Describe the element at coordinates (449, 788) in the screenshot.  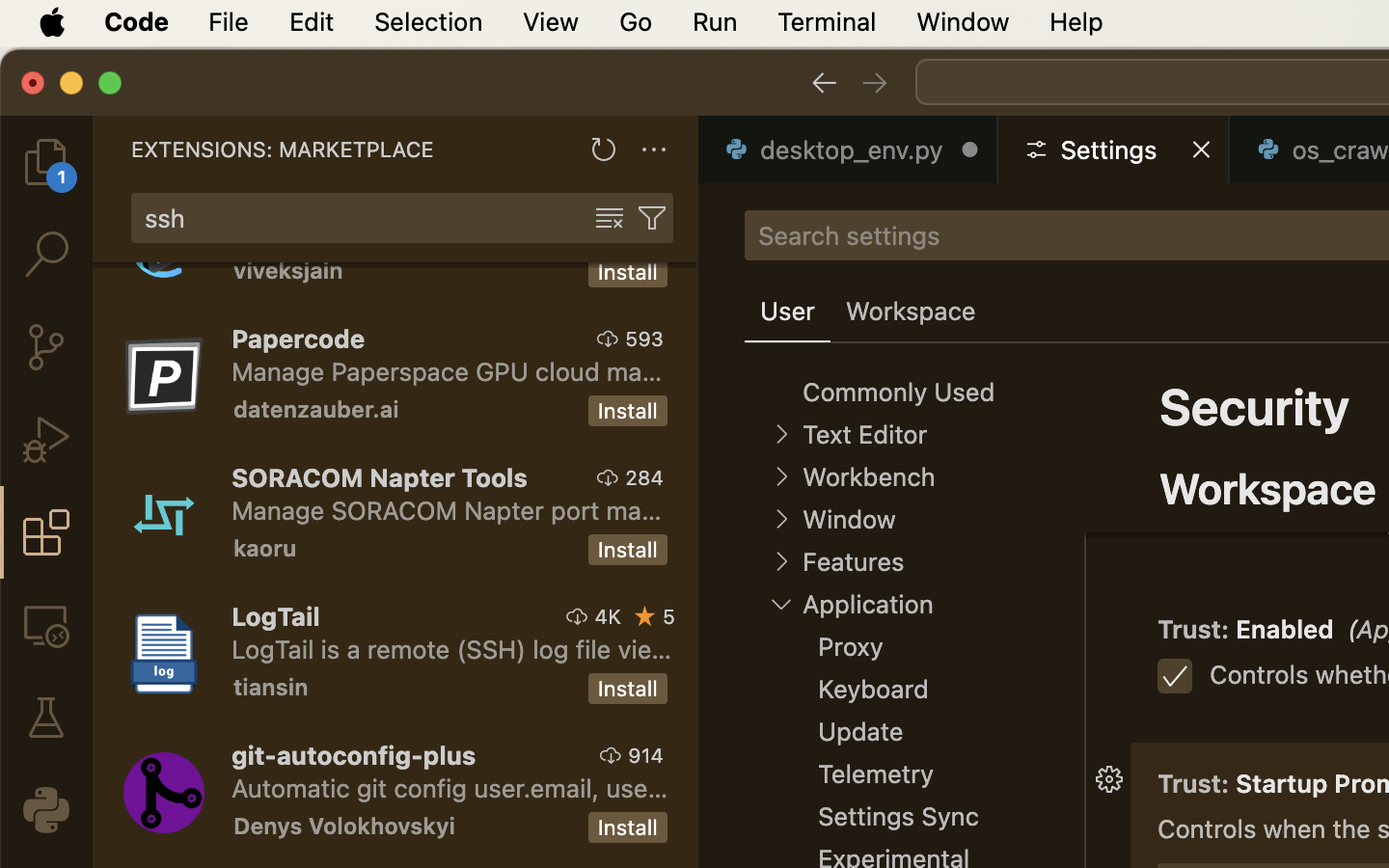
I see `'Automatic git config user.email, user.name, SSH key setting for vscode'` at that location.